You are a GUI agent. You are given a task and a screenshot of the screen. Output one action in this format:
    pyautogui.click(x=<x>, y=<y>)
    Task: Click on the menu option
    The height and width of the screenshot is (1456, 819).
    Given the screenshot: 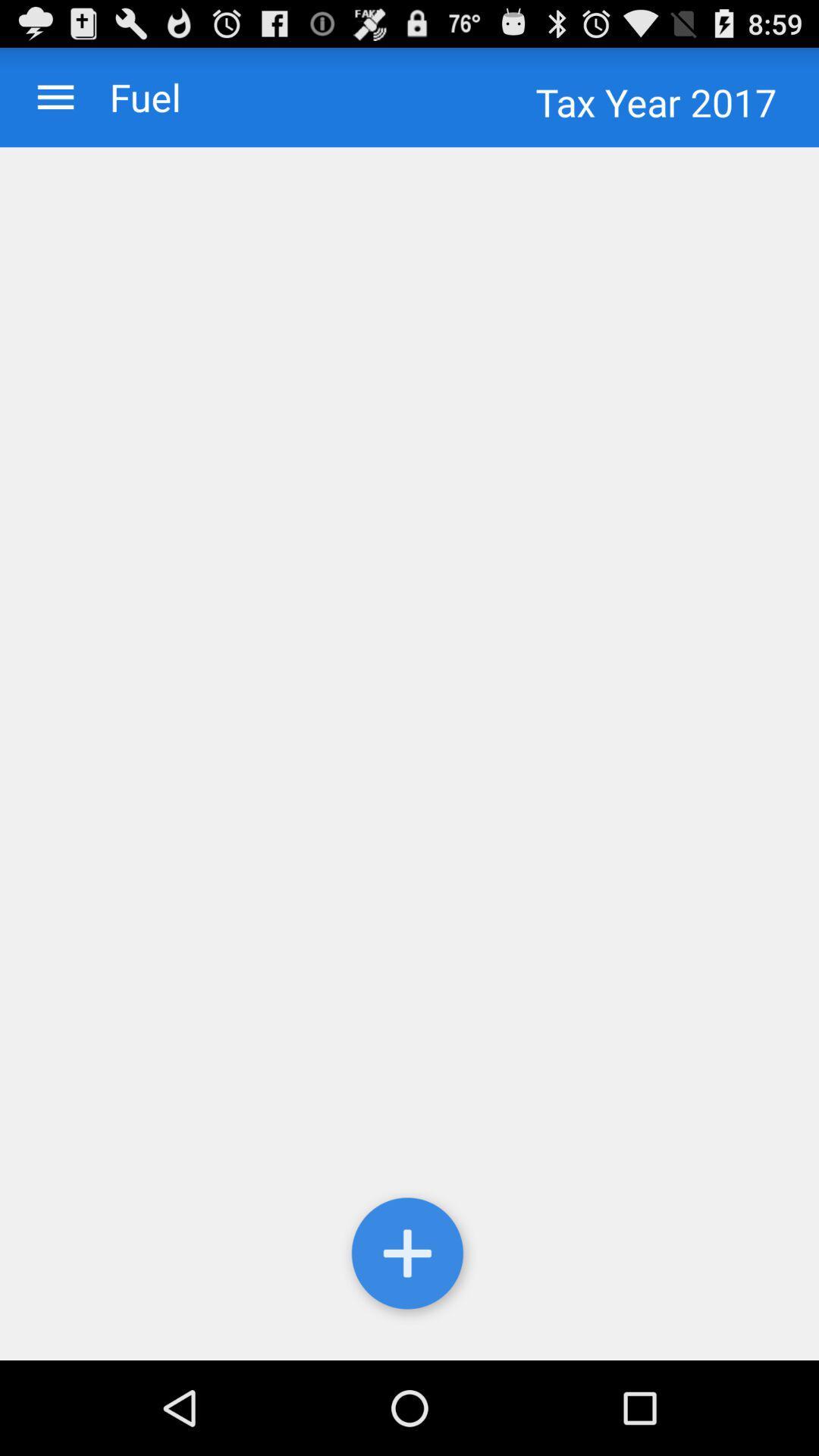 What is the action you would take?
    pyautogui.click(x=55, y=96)
    